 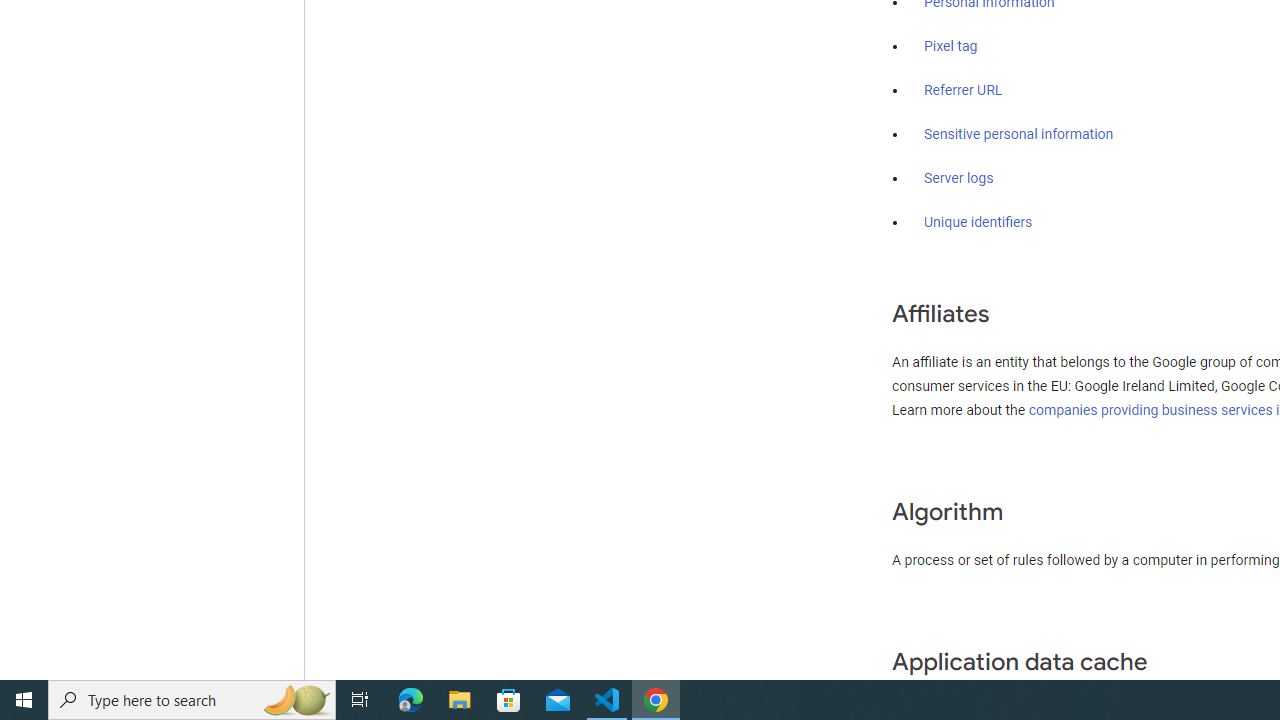 What do you see at coordinates (978, 222) in the screenshot?
I see `'Unique identifiers'` at bounding box center [978, 222].